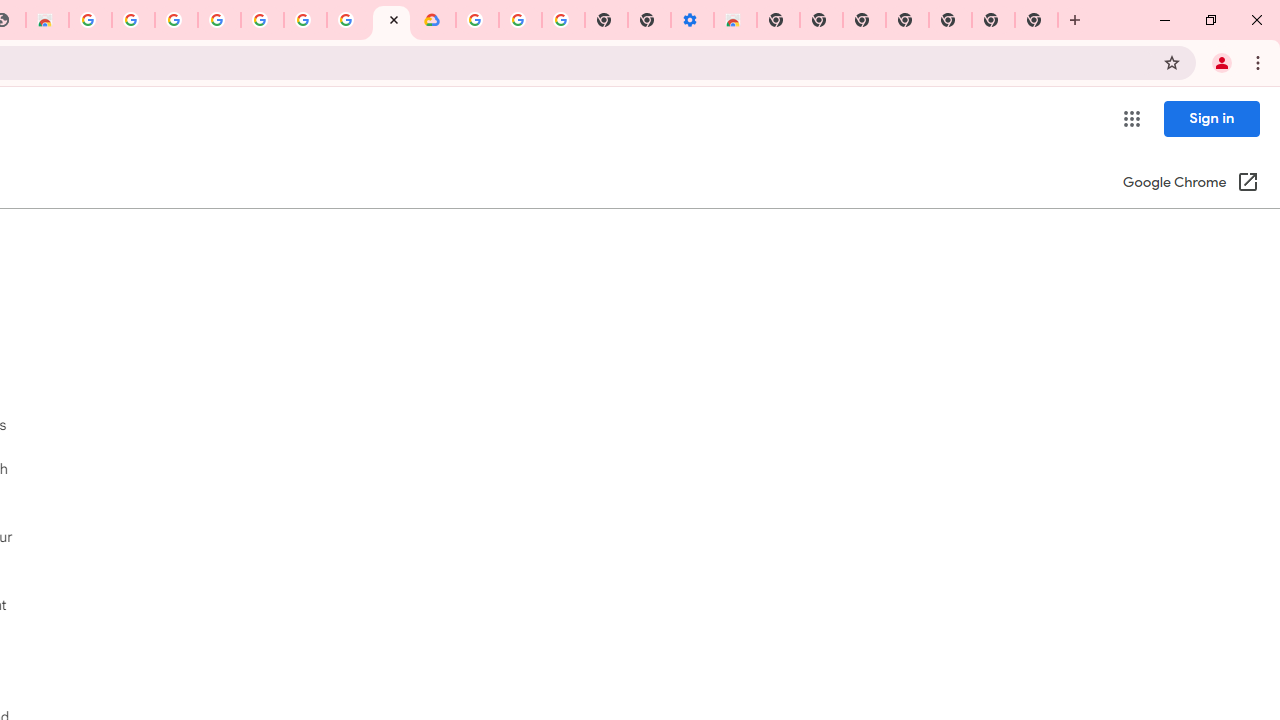 This screenshot has height=720, width=1280. I want to click on 'Settings - Accessibility', so click(692, 20).